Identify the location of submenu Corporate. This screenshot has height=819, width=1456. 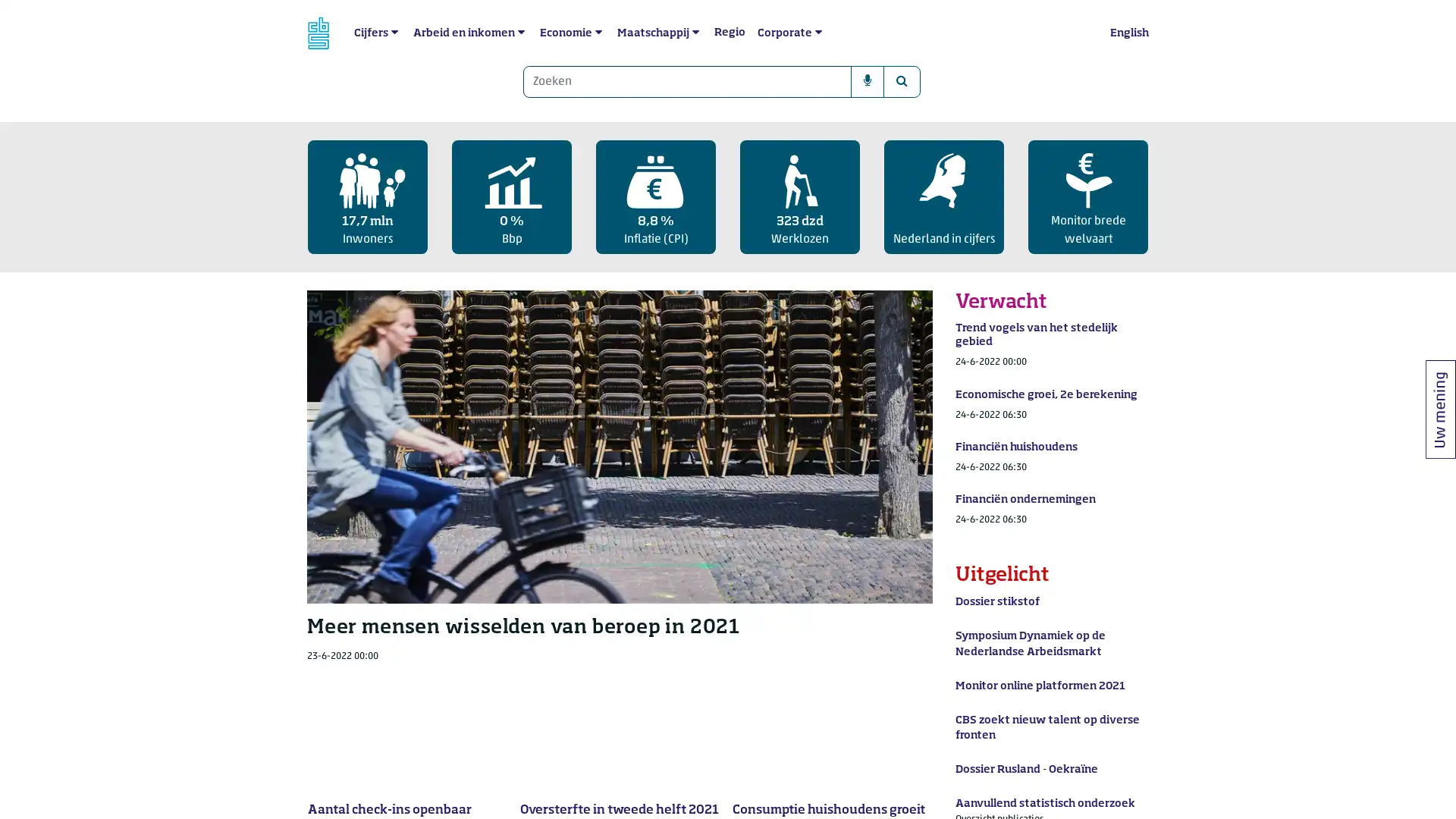
(817, 32).